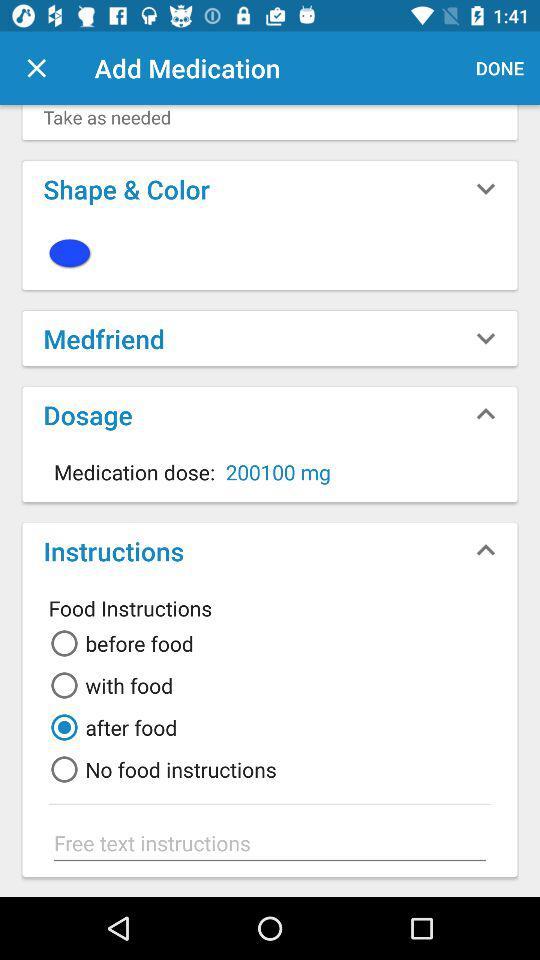 Image resolution: width=540 pixels, height=960 pixels. What do you see at coordinates (118, 642) in the screenshot?
I see `the before food` at bounding box center [118, 642].